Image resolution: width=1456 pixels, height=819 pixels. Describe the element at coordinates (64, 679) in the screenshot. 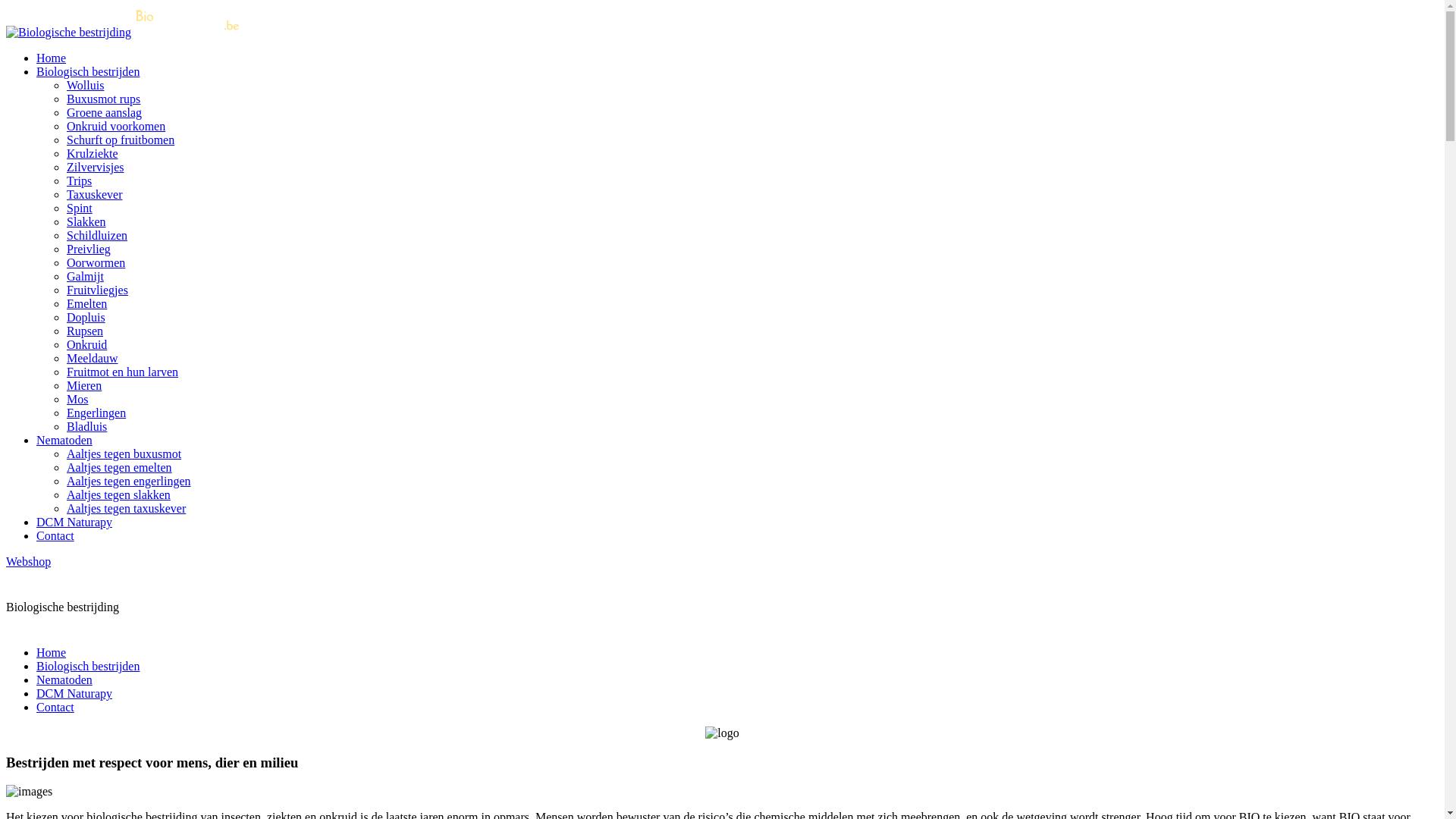

I see `'Nematoden'` at that location.